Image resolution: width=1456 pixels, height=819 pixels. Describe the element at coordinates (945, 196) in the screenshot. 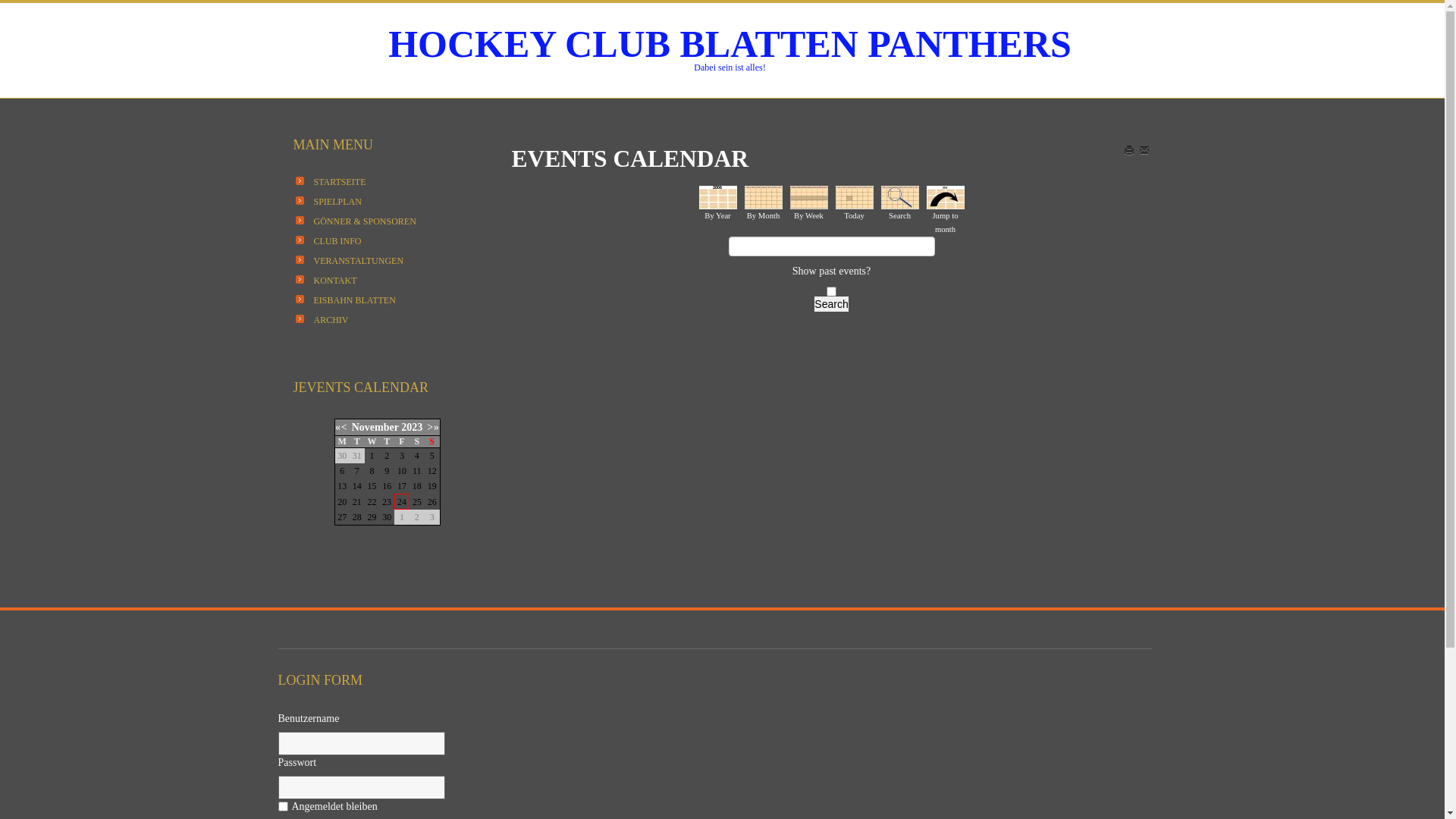

I see `'Jump to month'` at that location.